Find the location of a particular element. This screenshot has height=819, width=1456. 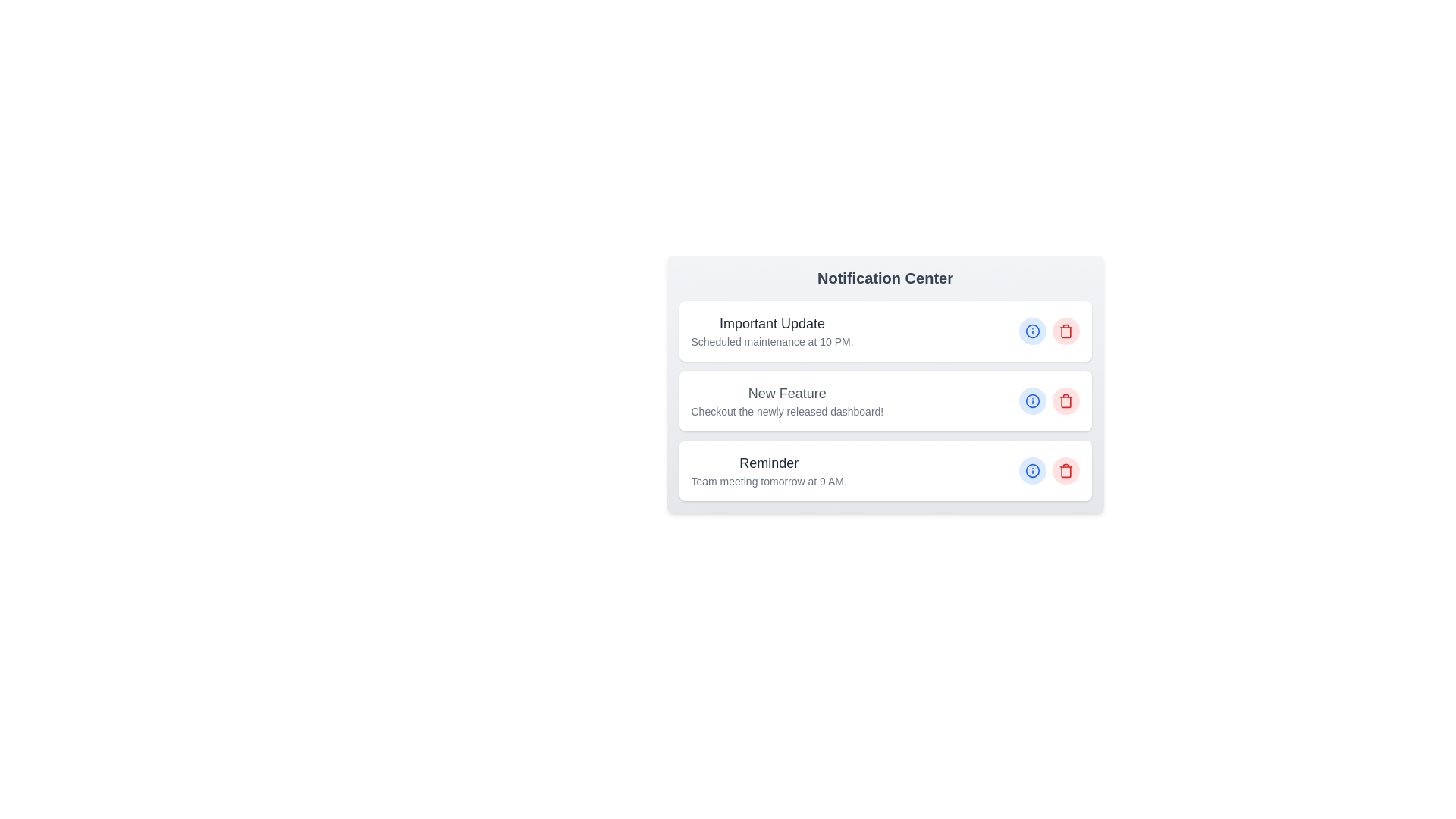

the information button next to the item titled Important Update is located at coordinates (1031, 330).